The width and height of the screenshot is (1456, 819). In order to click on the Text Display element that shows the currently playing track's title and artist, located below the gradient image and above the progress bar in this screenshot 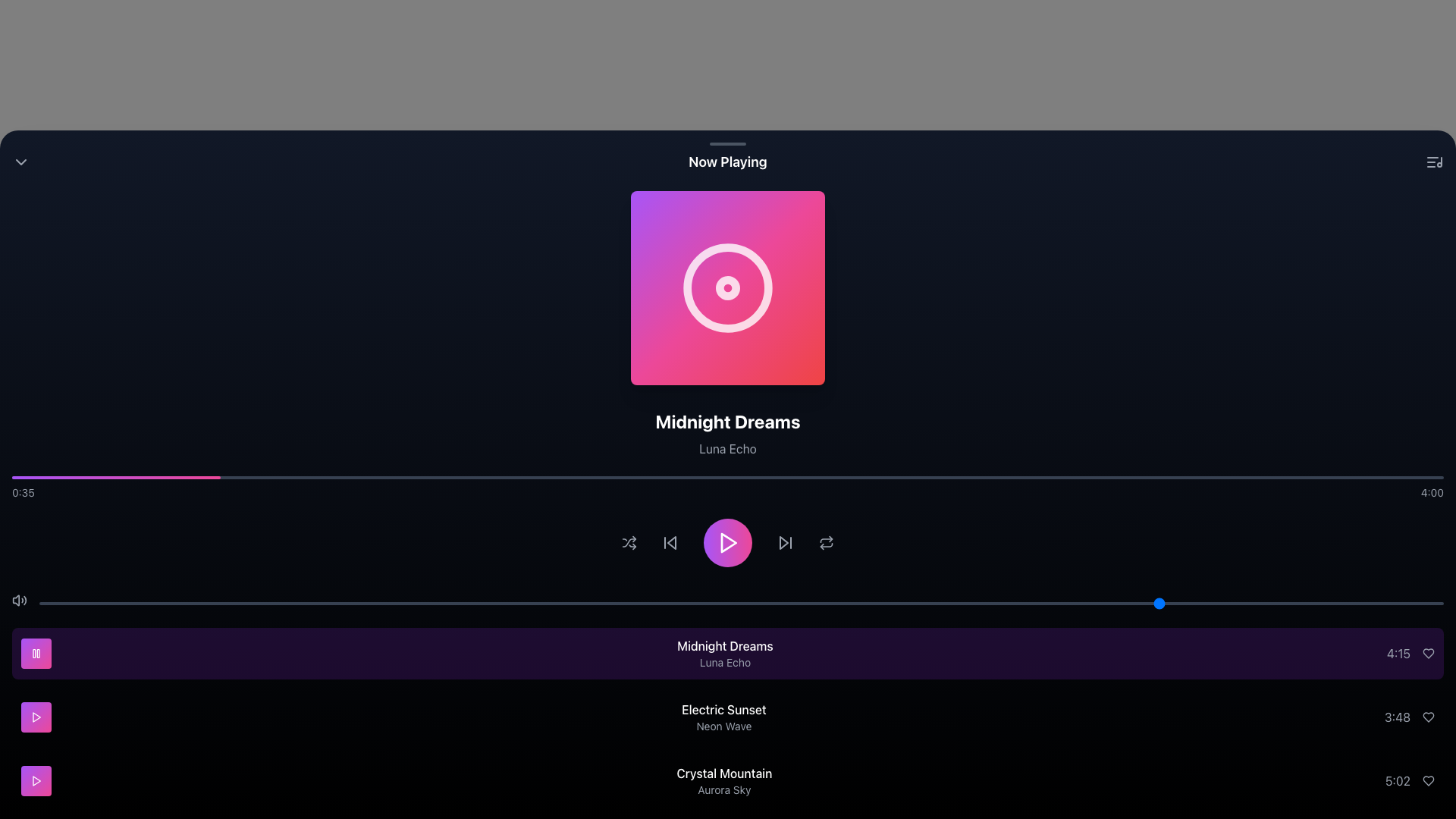, I will do `click(728, 433)`.